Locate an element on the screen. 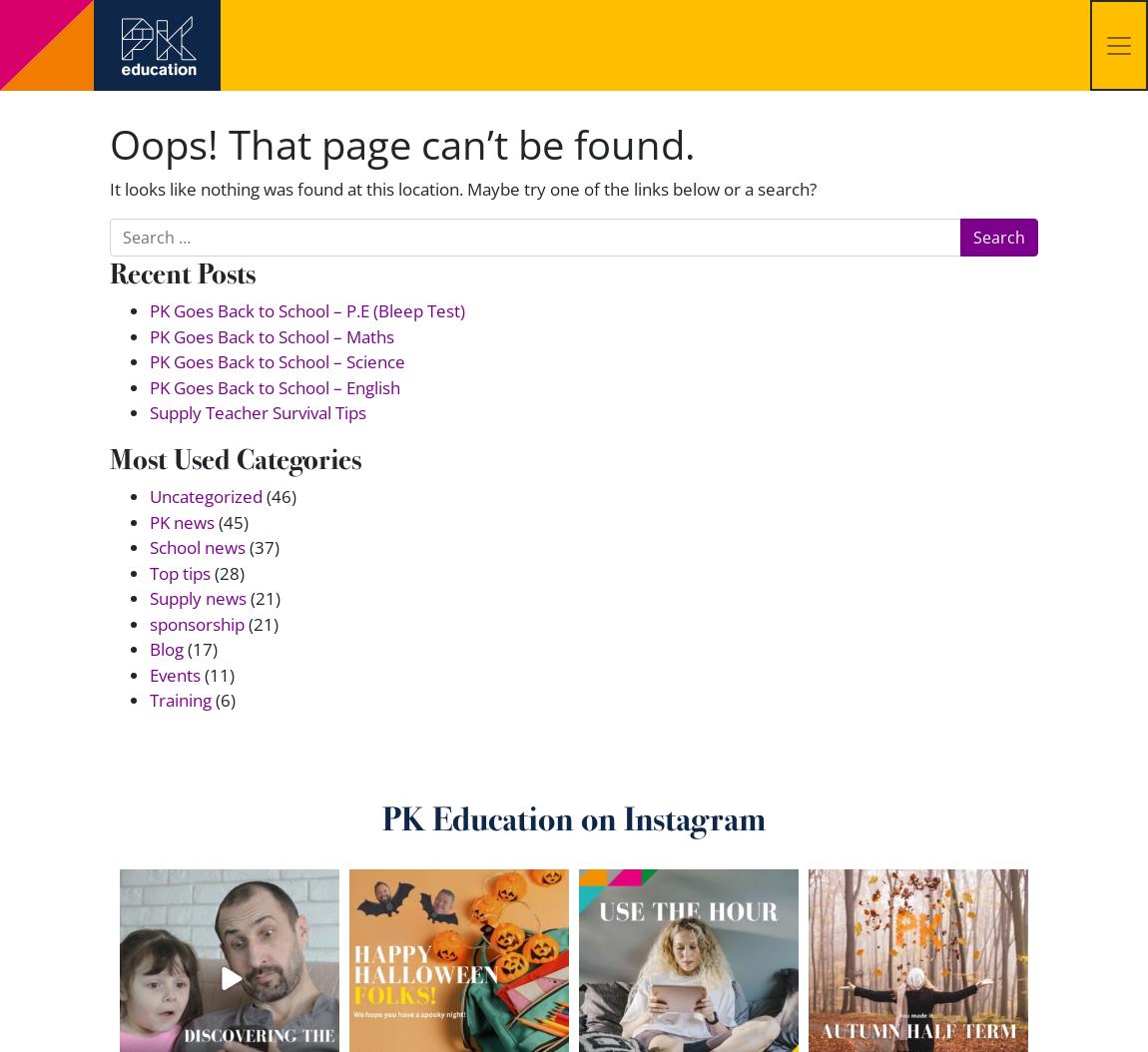  'Training' is located at coordinates (180, 699).